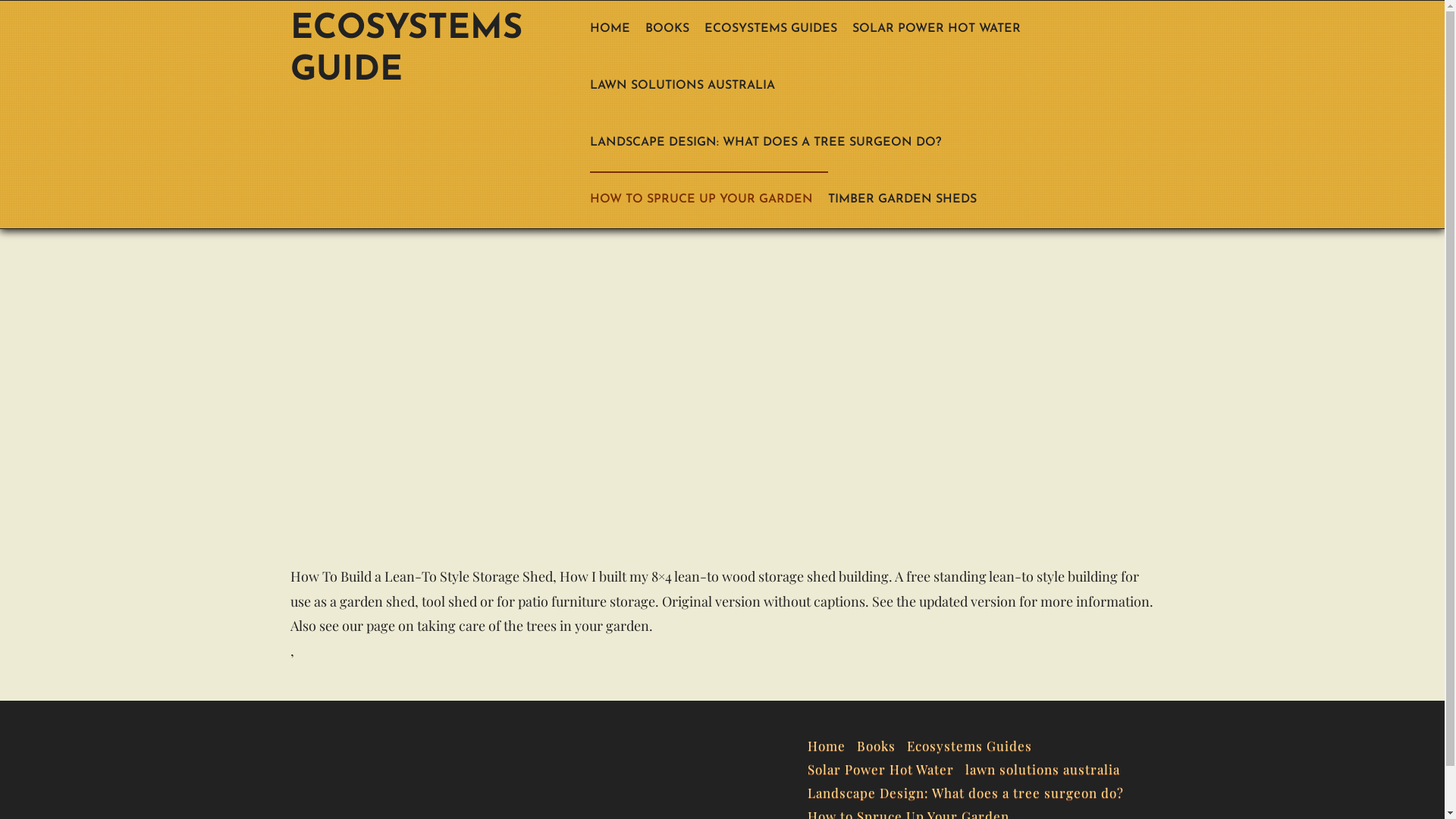 The height and width of the screenshot is (819, 1456). I want to click on 'TIMBER GARDEN SHEDS', so click(827, 198).